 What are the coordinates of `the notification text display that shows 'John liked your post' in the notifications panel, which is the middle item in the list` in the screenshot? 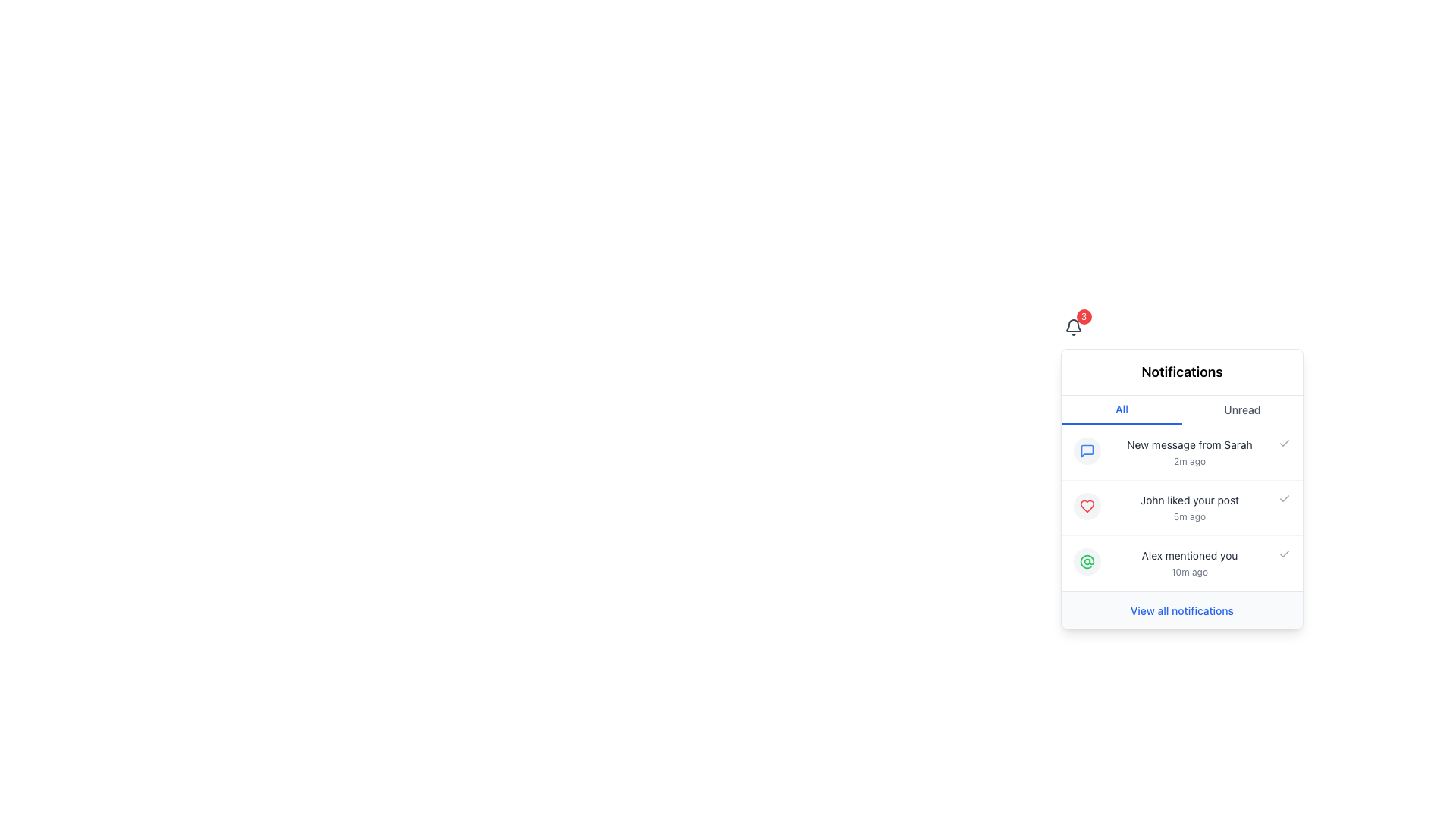 It's located at (1189, 508).